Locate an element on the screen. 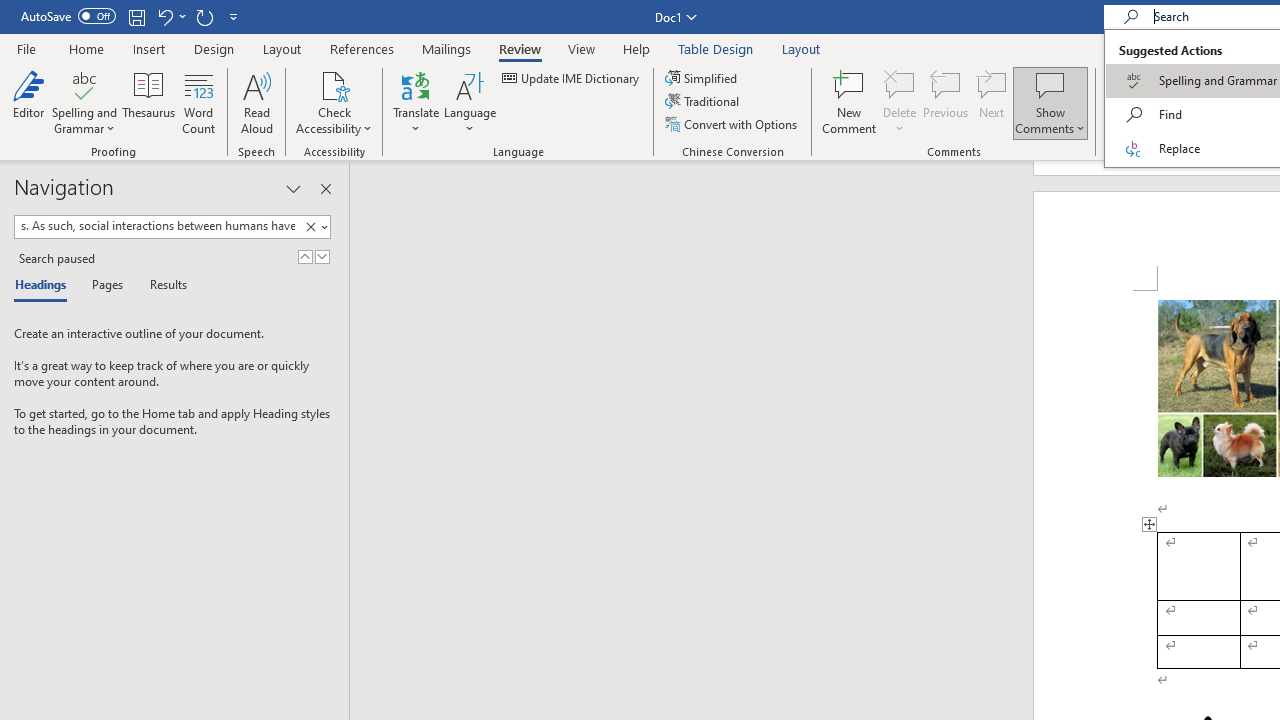 This screenshot has height=720, width=1280. 'Language' is located at coordinates (469, 103).